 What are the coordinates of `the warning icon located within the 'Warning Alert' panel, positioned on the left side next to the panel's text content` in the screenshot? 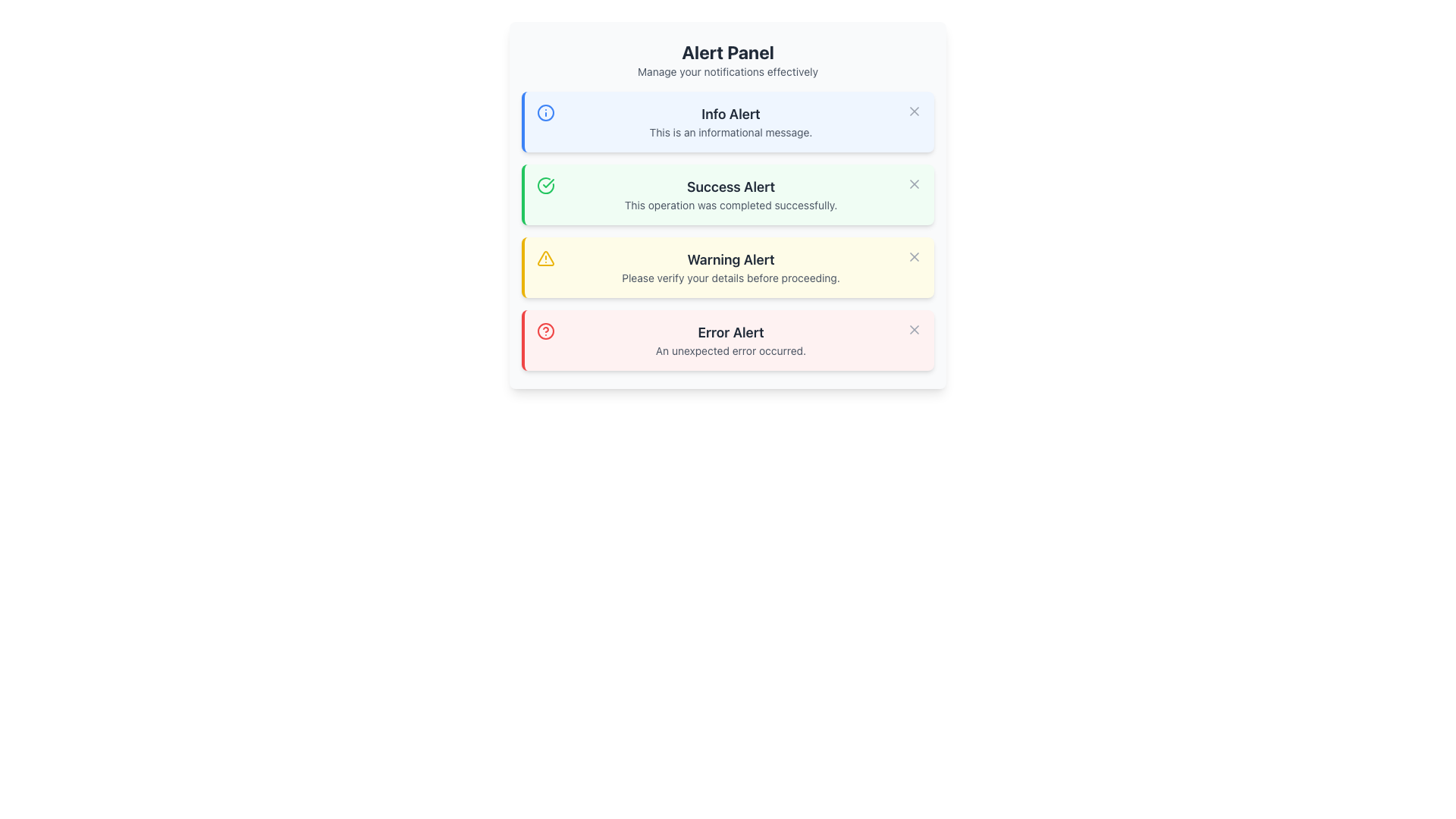 It's located at (546, 257).